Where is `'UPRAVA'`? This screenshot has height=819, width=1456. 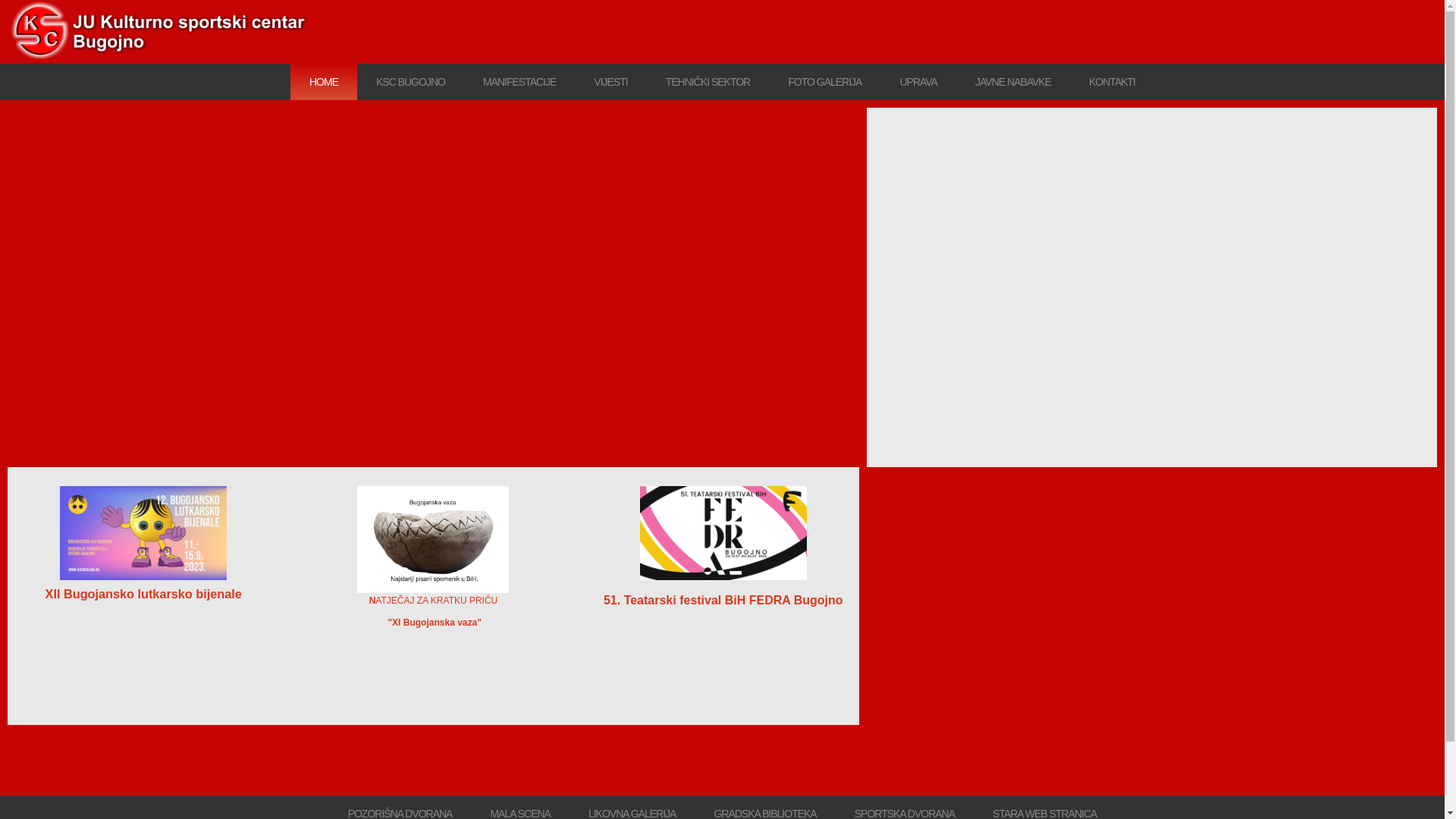 'UPRAVA' is located at coordinates (880, 82).